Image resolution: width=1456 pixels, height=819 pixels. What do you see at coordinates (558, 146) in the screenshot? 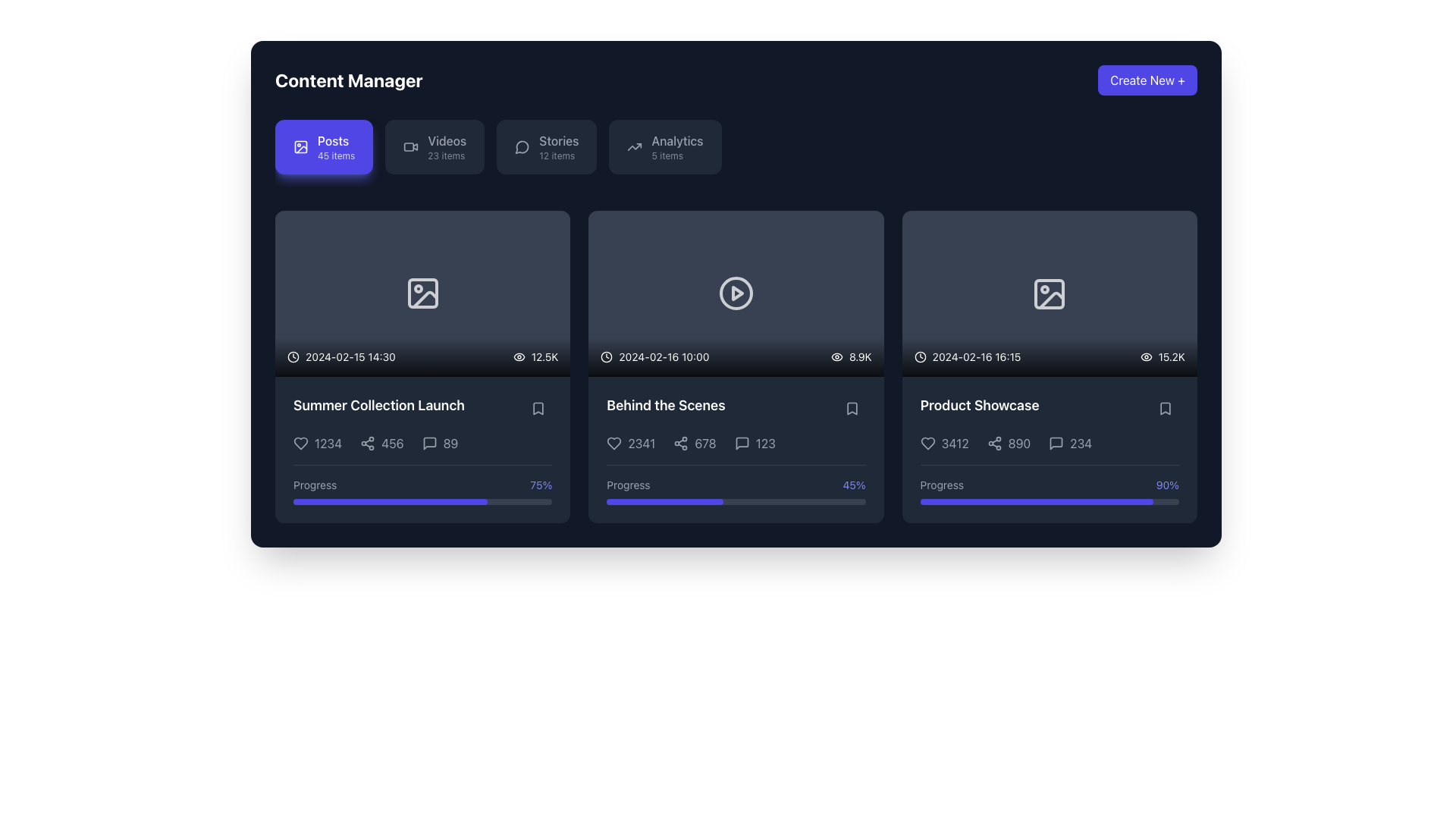
I see `the text-based clickable link or button in the top navigation bar` at bounding box center [558, 146].